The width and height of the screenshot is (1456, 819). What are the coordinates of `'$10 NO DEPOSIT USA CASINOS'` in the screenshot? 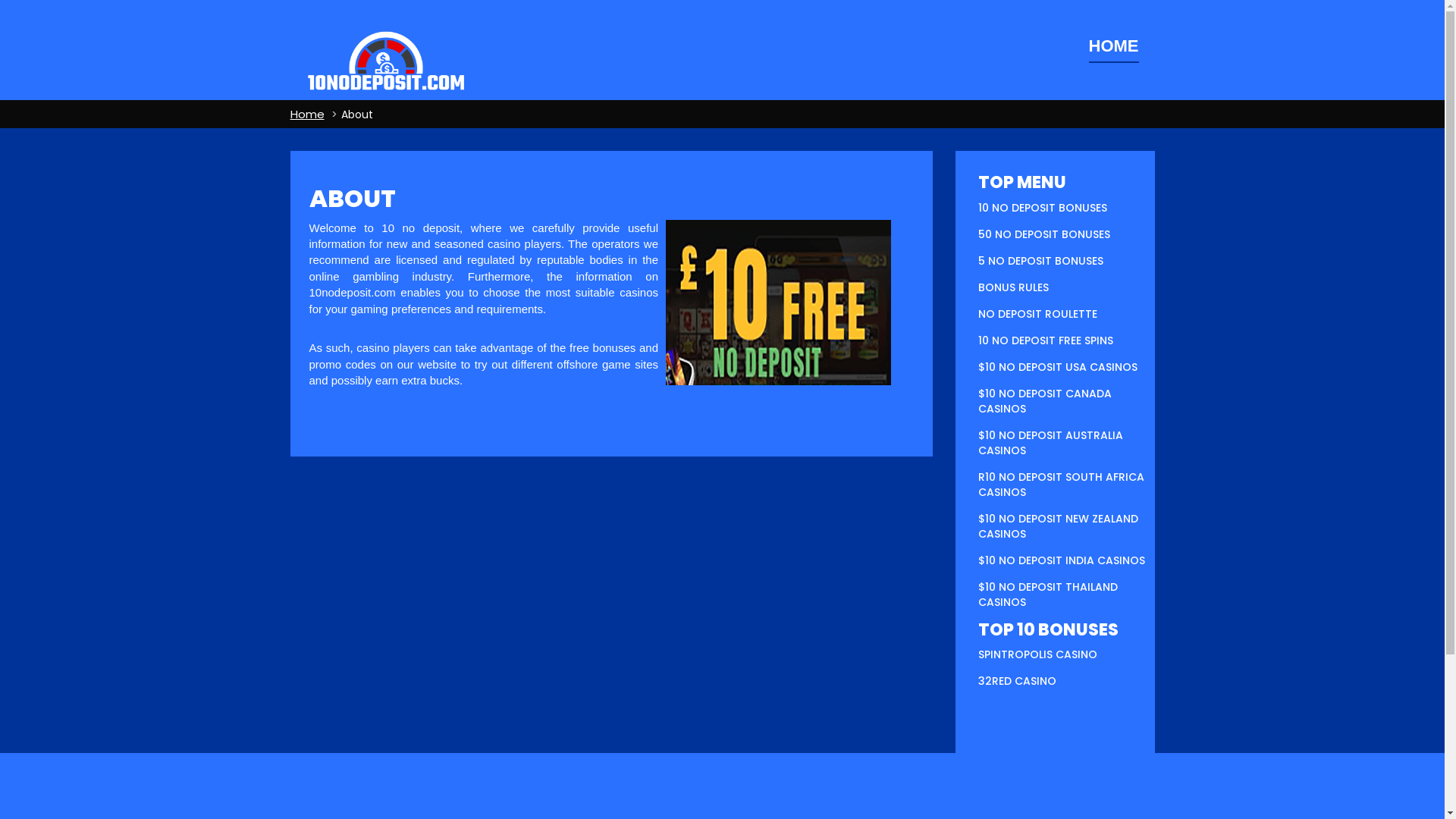 It's located at (1057, 366).